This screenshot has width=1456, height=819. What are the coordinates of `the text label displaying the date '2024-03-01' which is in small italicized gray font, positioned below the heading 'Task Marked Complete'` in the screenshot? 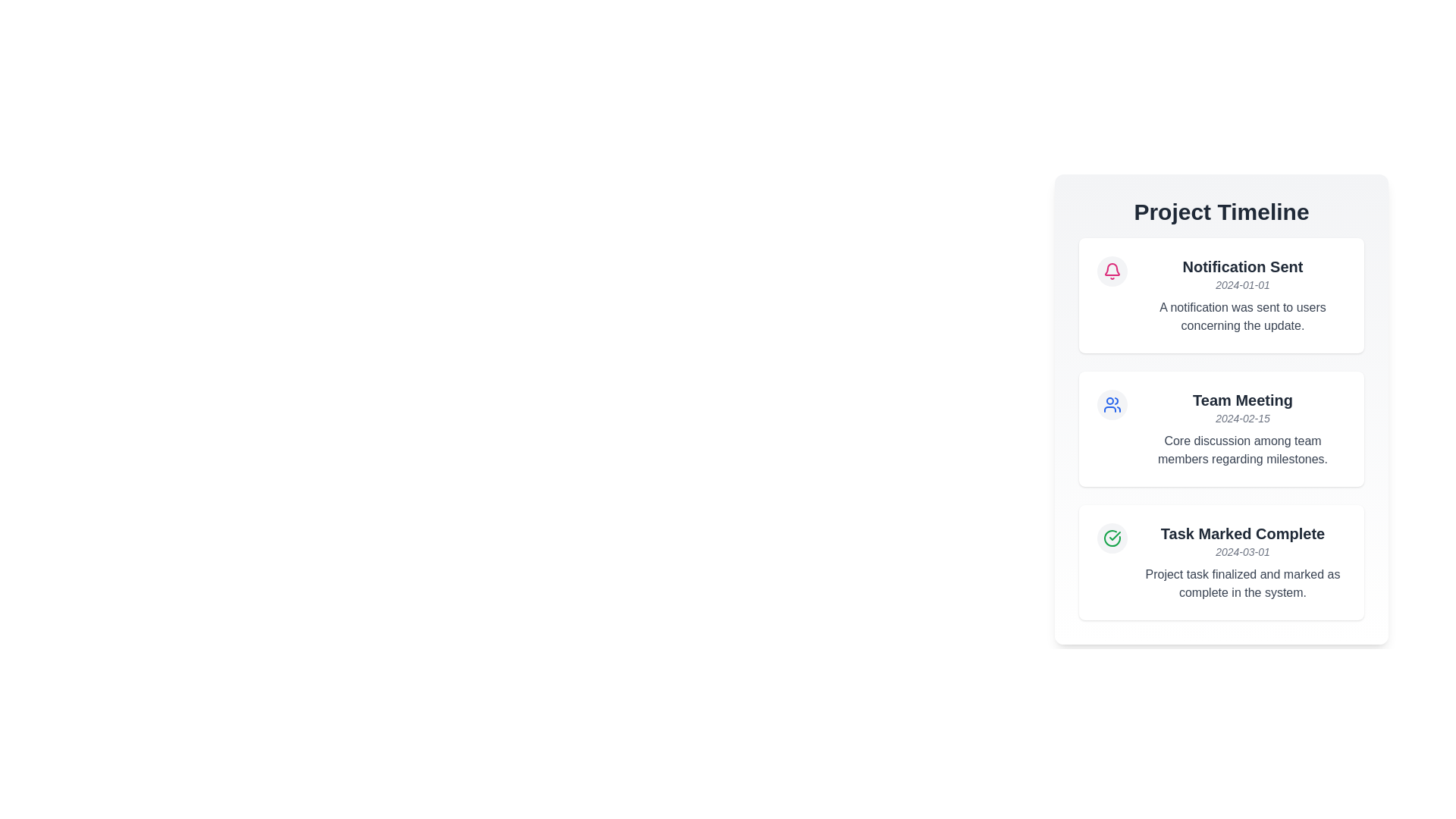 It's located at (1242, 552).